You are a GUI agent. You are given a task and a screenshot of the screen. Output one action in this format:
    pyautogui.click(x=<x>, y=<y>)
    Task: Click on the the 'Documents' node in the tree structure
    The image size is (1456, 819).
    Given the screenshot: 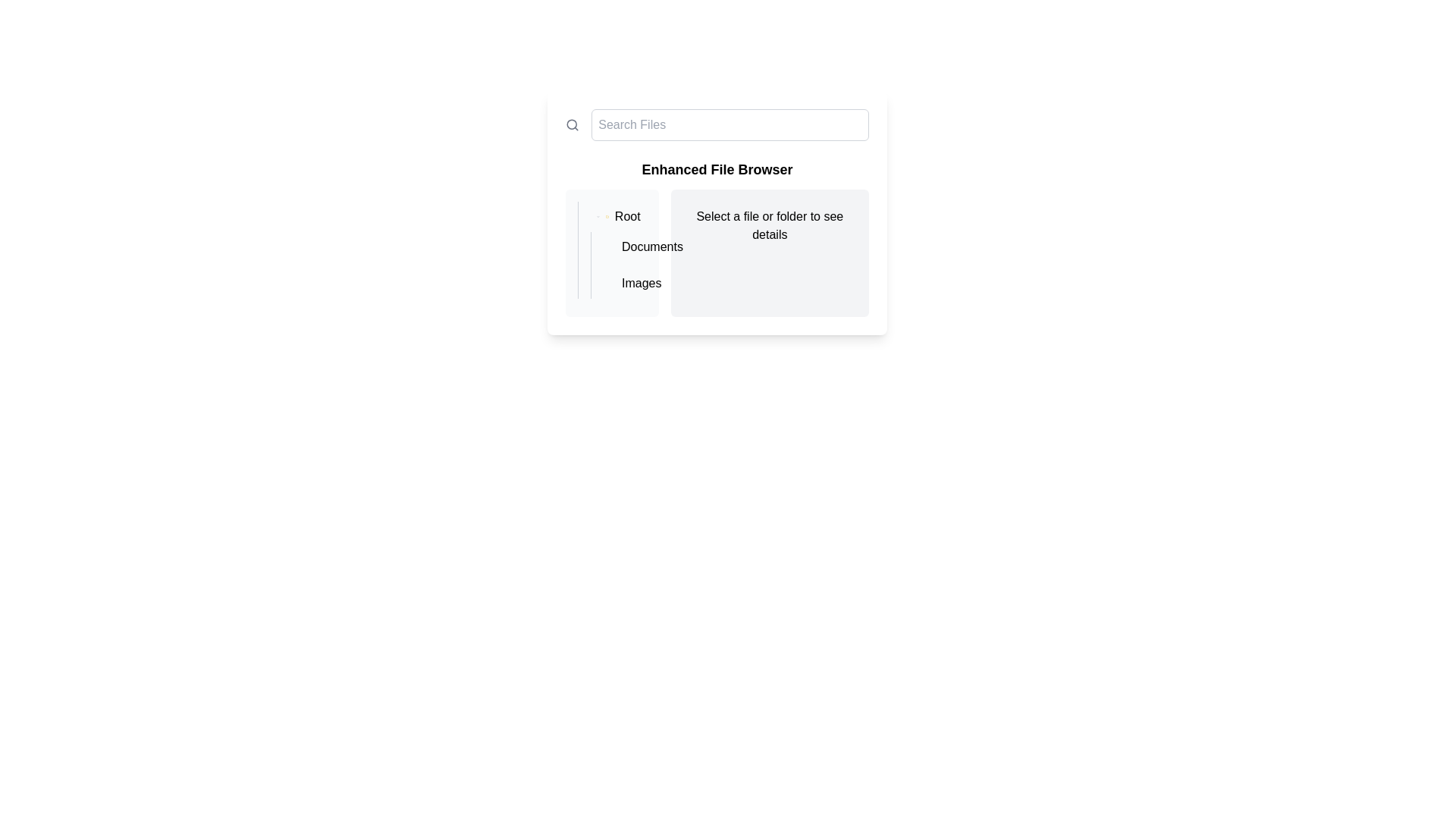 What is the action you would take?
    pyautogui.click(x=612, y=249)
    